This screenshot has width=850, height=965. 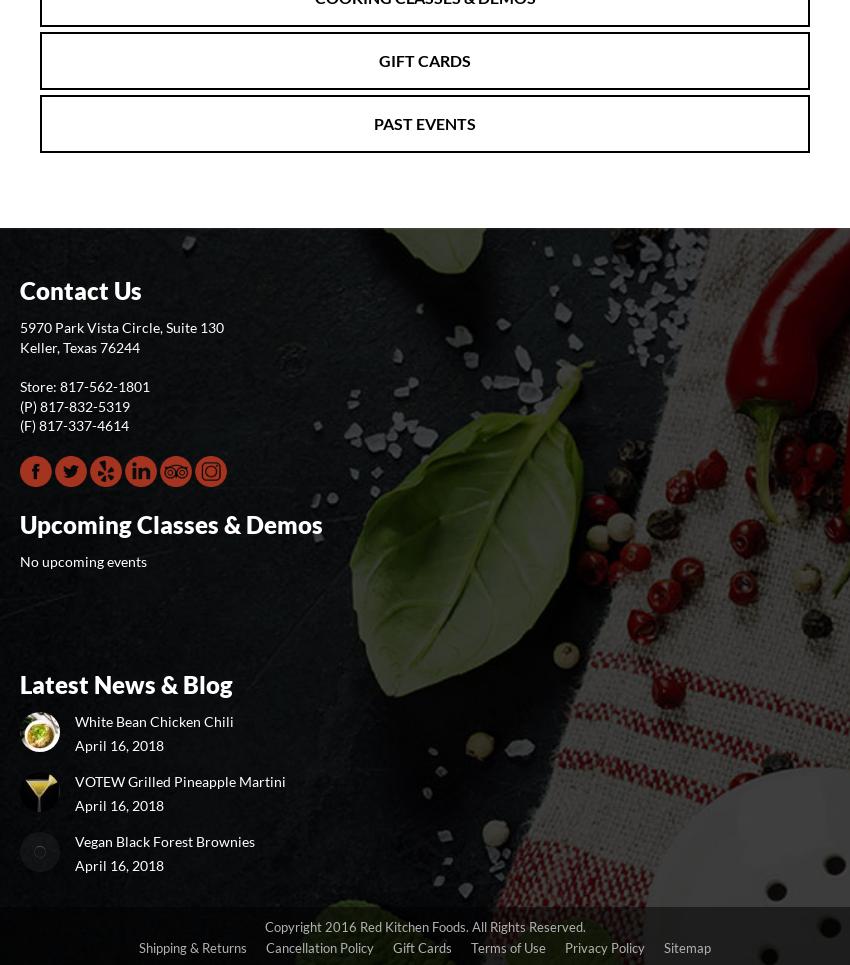 I want to click on 'Upcoming Classes & Demos', so click(x=18, y=522).